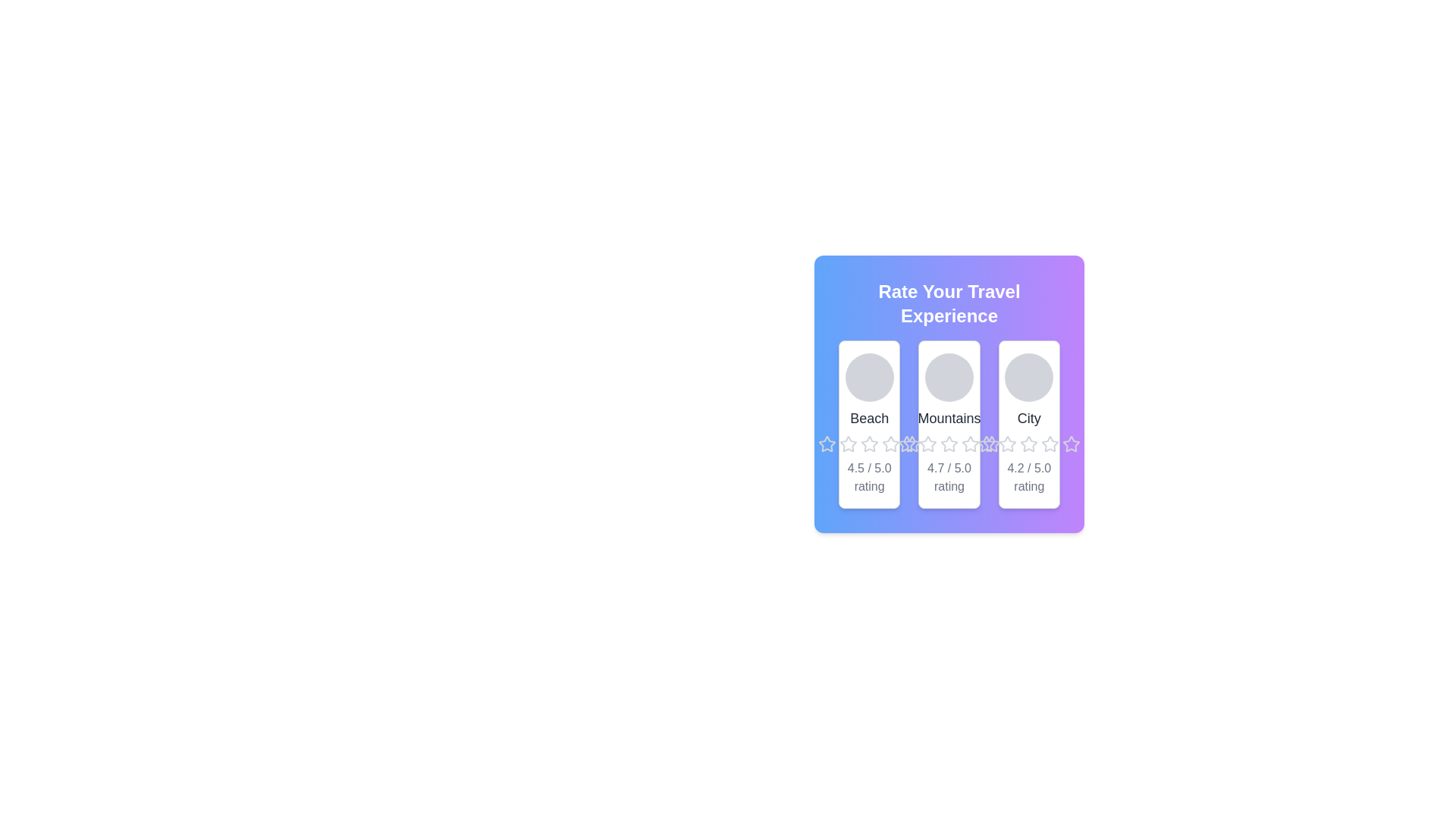 The height and width of the screenshot is (819, 1456). Describe the element at coordinates (1029, 418) in the screenshot. I see `the label that describes a category related to the content in the card, specifically under the context title 'Rate Your Travel Experience'` at that location.